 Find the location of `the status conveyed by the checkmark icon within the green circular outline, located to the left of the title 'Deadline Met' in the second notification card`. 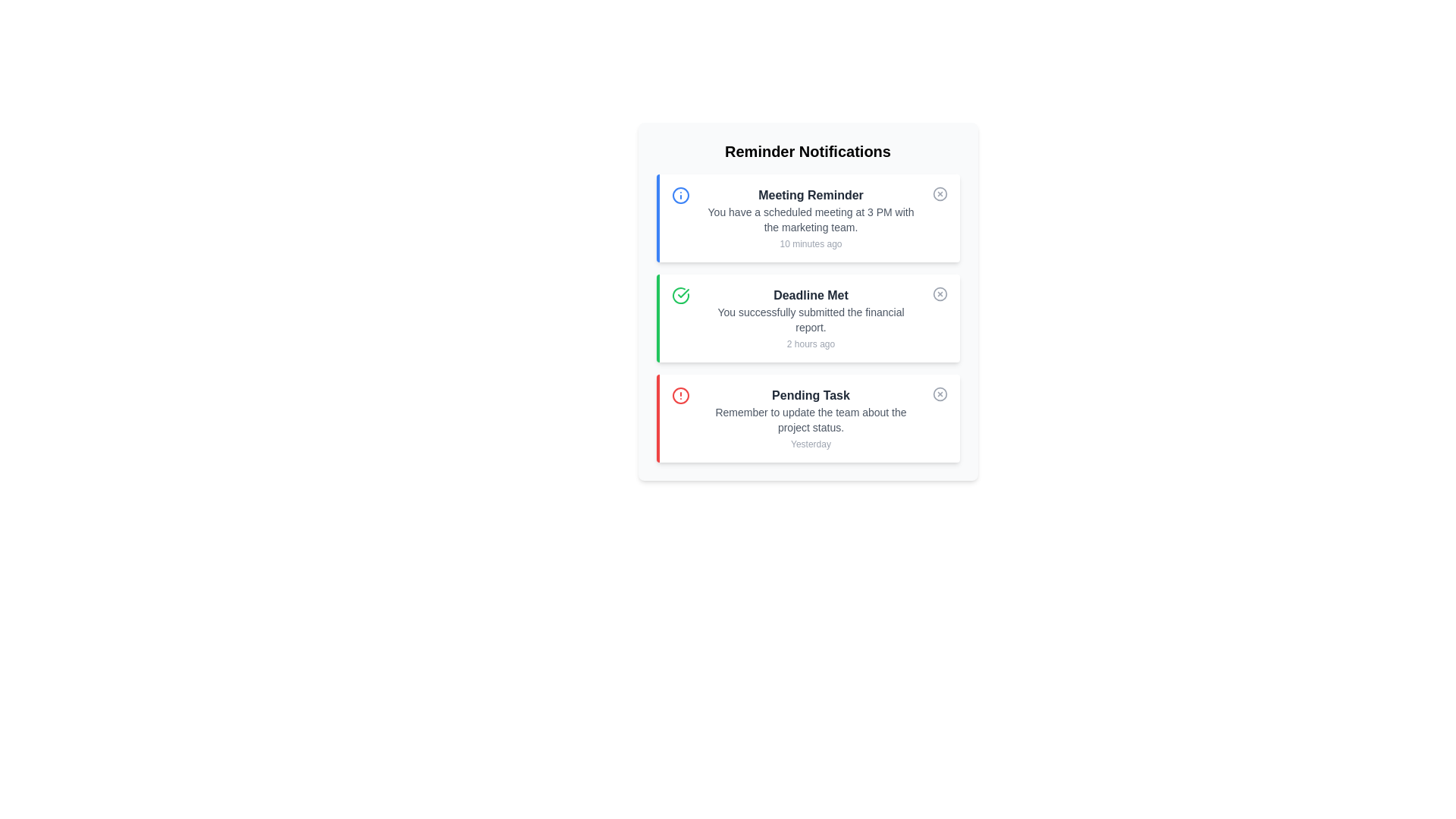

the status conveyed by the checkmark icon within the green circular outline, located to the left of the title 'Deadline Met' in the second notification card is located at coordinates (682, 293).